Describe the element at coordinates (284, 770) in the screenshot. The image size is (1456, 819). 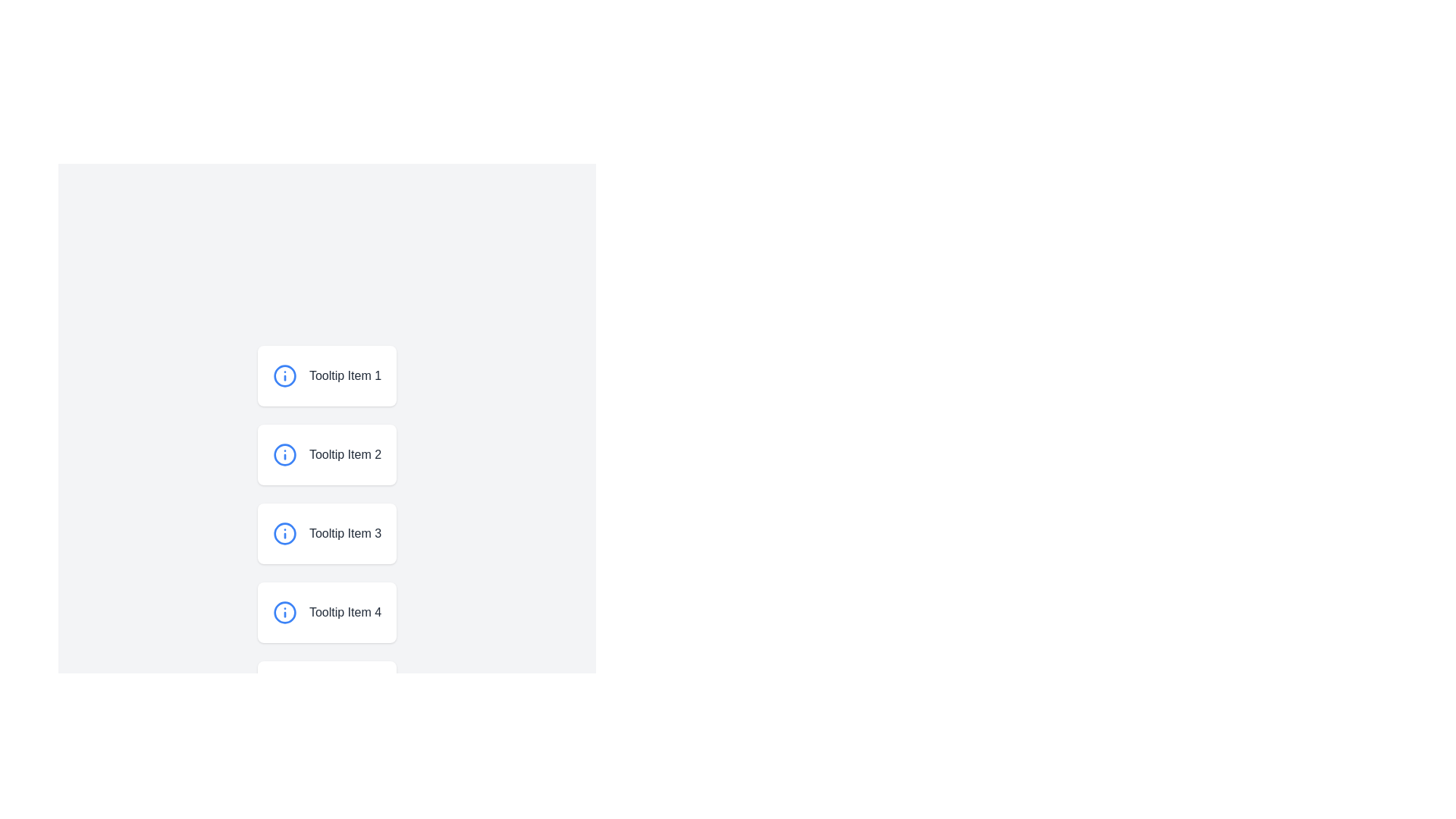
I see `the SVG graphical element (circle) representing an 'info' button to trigger a tooltip` at that location.